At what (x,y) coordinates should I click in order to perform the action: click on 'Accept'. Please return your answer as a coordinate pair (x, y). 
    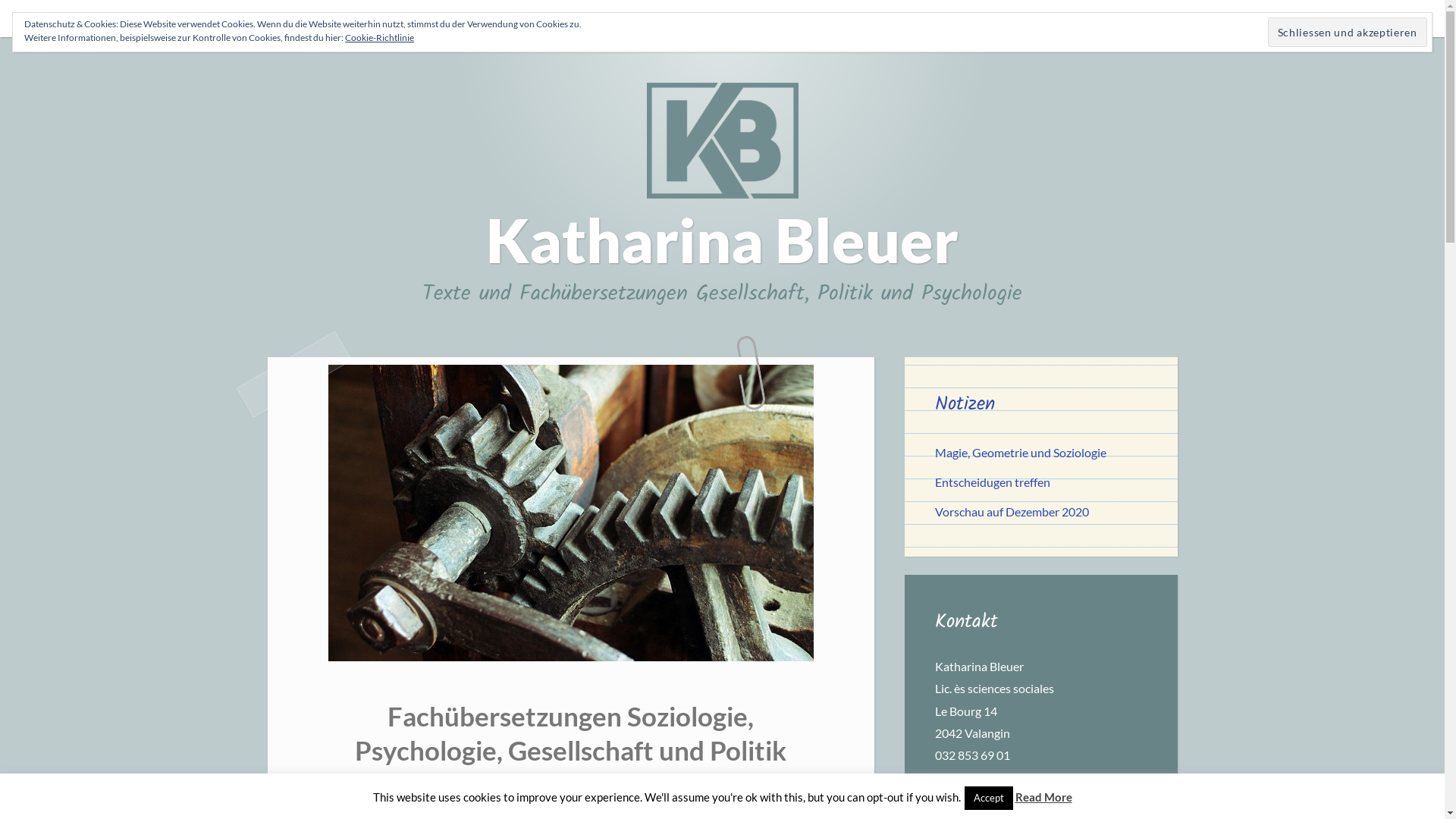
    Looking at the image, I should click on (989, 797).